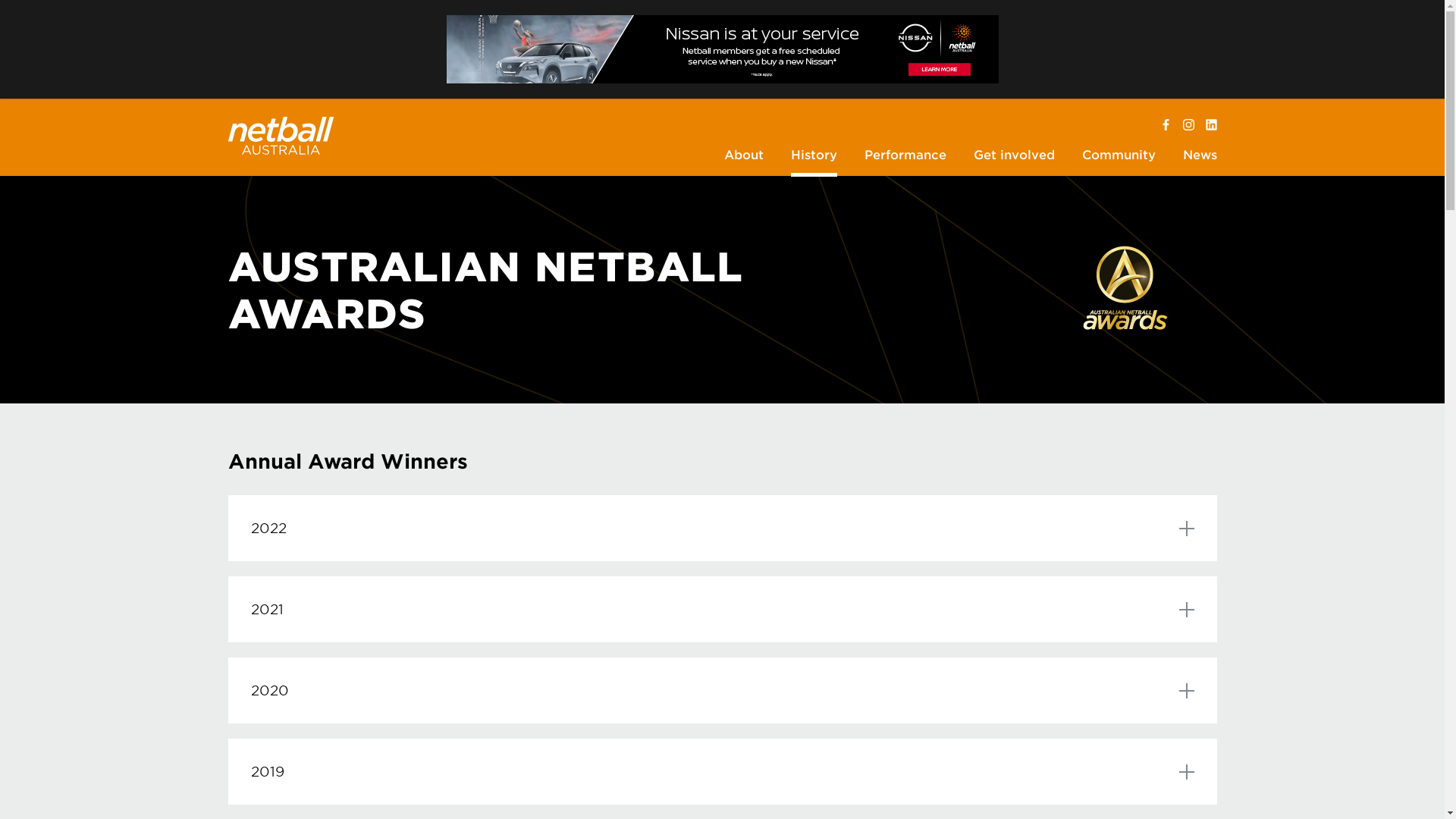 This screenshot has width=1456, height=819. What do you see at coordinates (1210, 124) in the screenshot?
I see `'Netball Australia on LinkedIn'` at bounding box center [1210, 124].